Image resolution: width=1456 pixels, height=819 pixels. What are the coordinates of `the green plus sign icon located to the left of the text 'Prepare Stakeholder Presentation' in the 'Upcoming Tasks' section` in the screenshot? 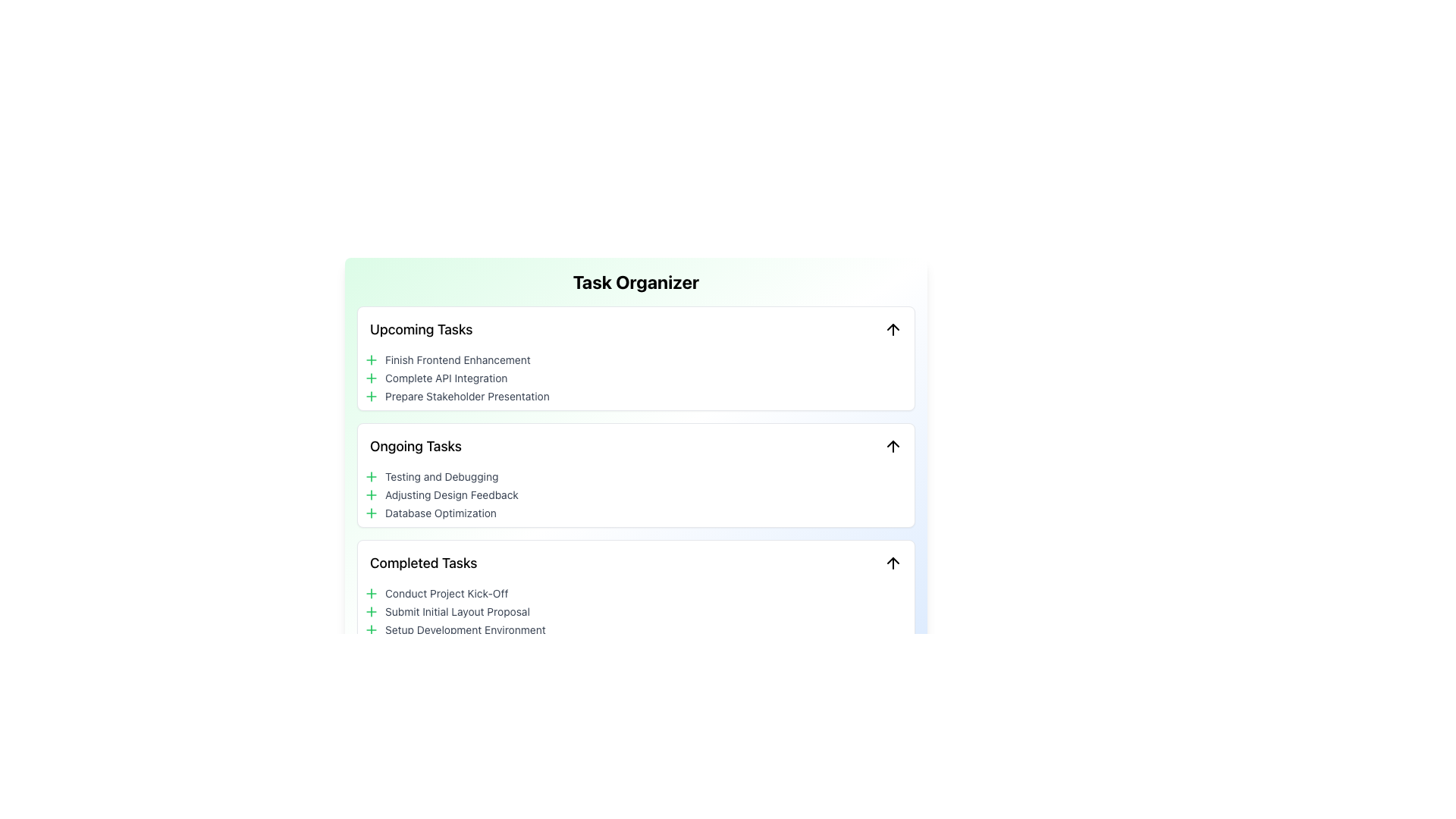 It's located at (371, 396).